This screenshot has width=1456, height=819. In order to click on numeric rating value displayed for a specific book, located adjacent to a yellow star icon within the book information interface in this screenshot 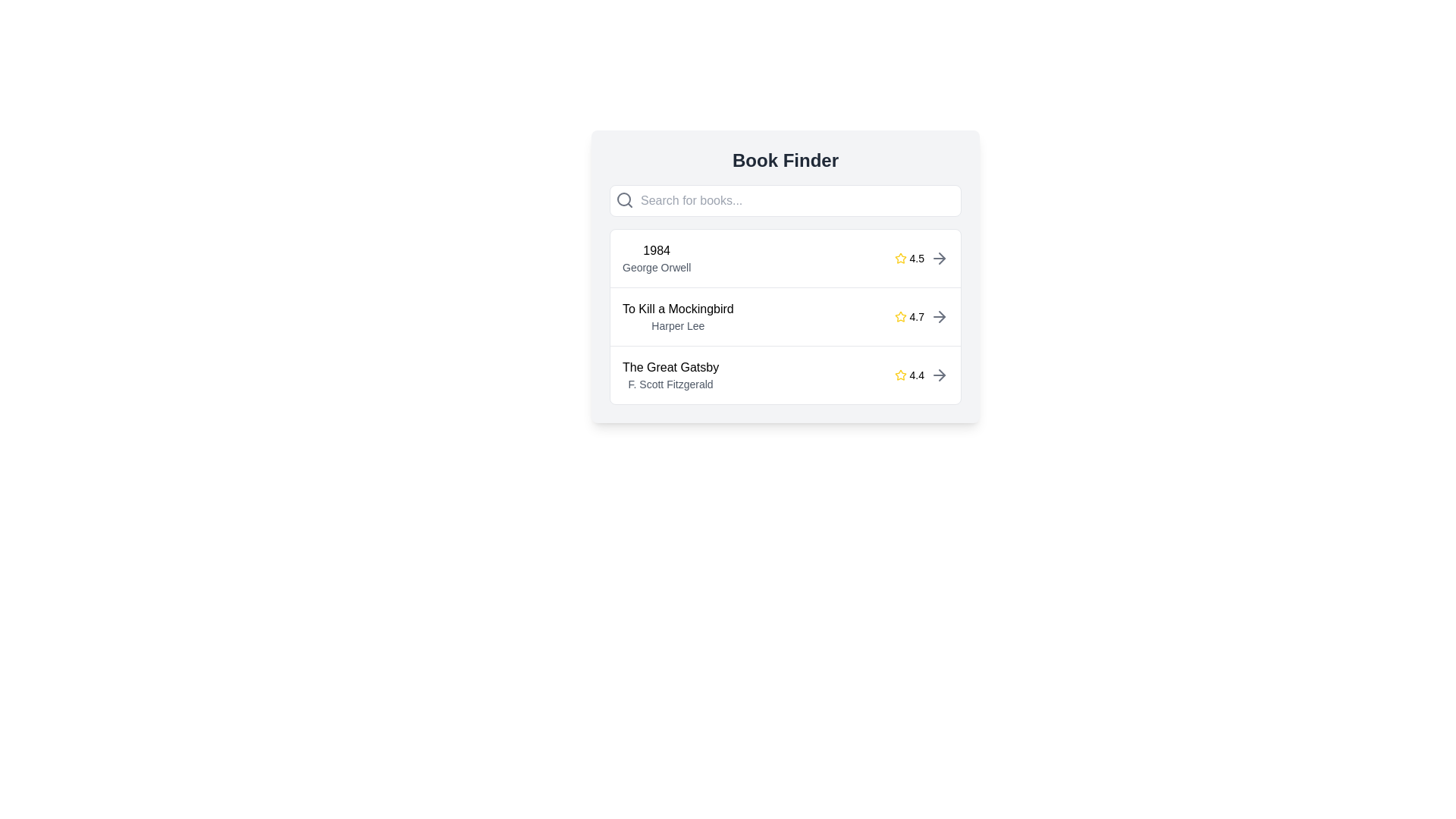, I will do `click(916, 375)`.